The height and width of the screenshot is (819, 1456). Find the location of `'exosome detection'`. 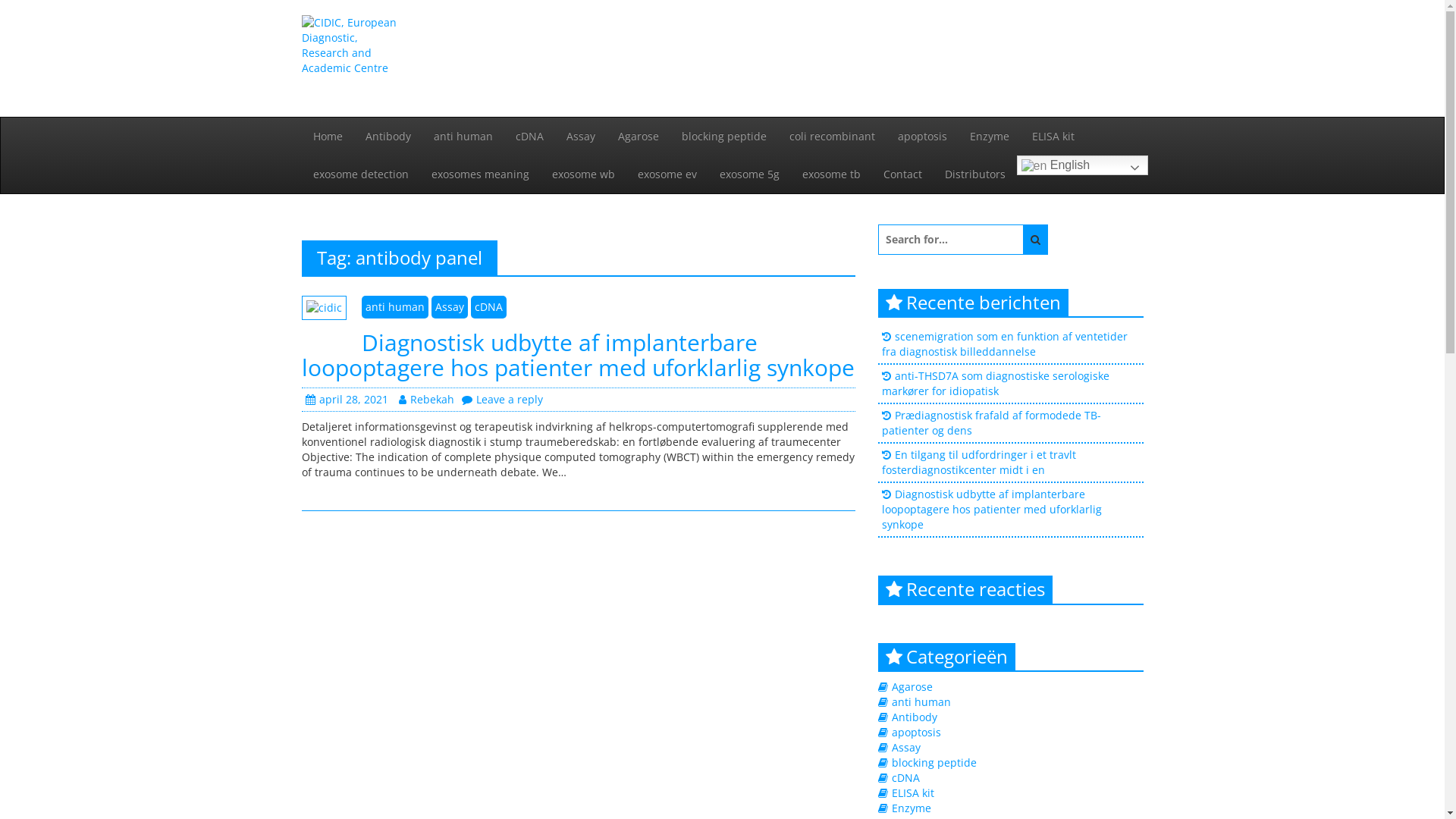

'exosome detection' is located at coordinates (359, 174).